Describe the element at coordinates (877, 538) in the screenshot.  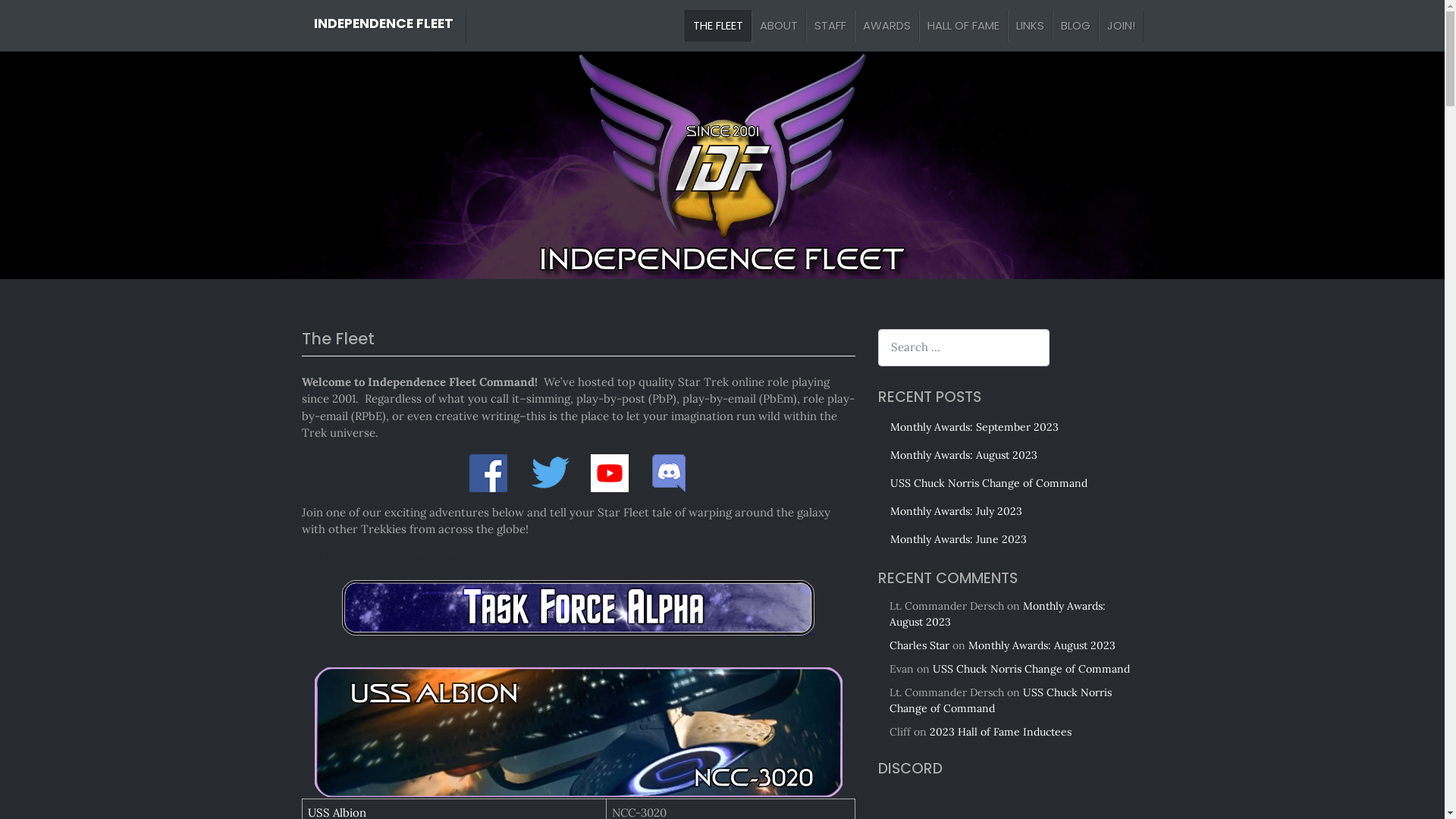
I see `'Monthly Awards: June 2023'` at that location.